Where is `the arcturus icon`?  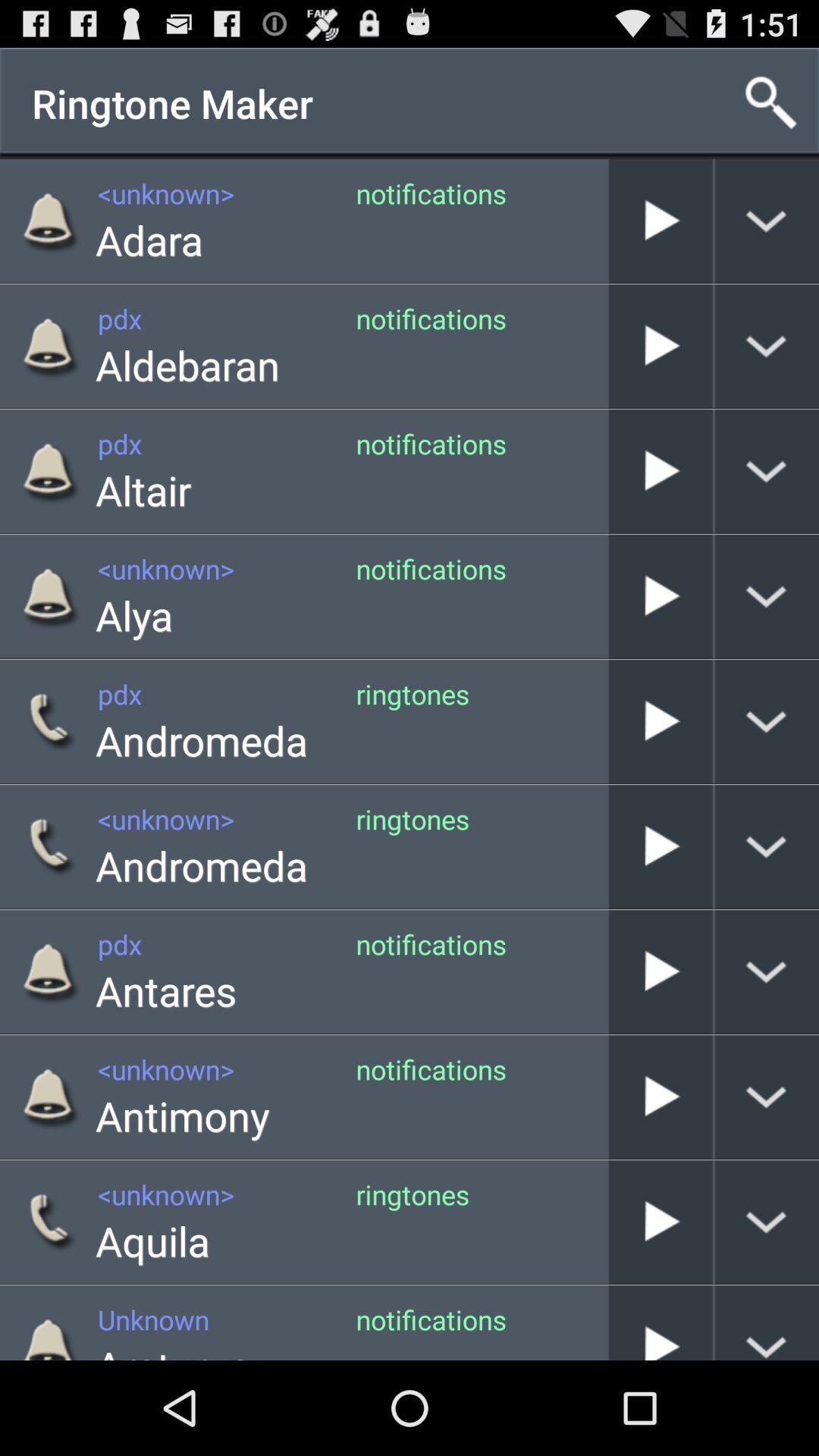
the arcturus icon is located at coordinates (172, 1349).